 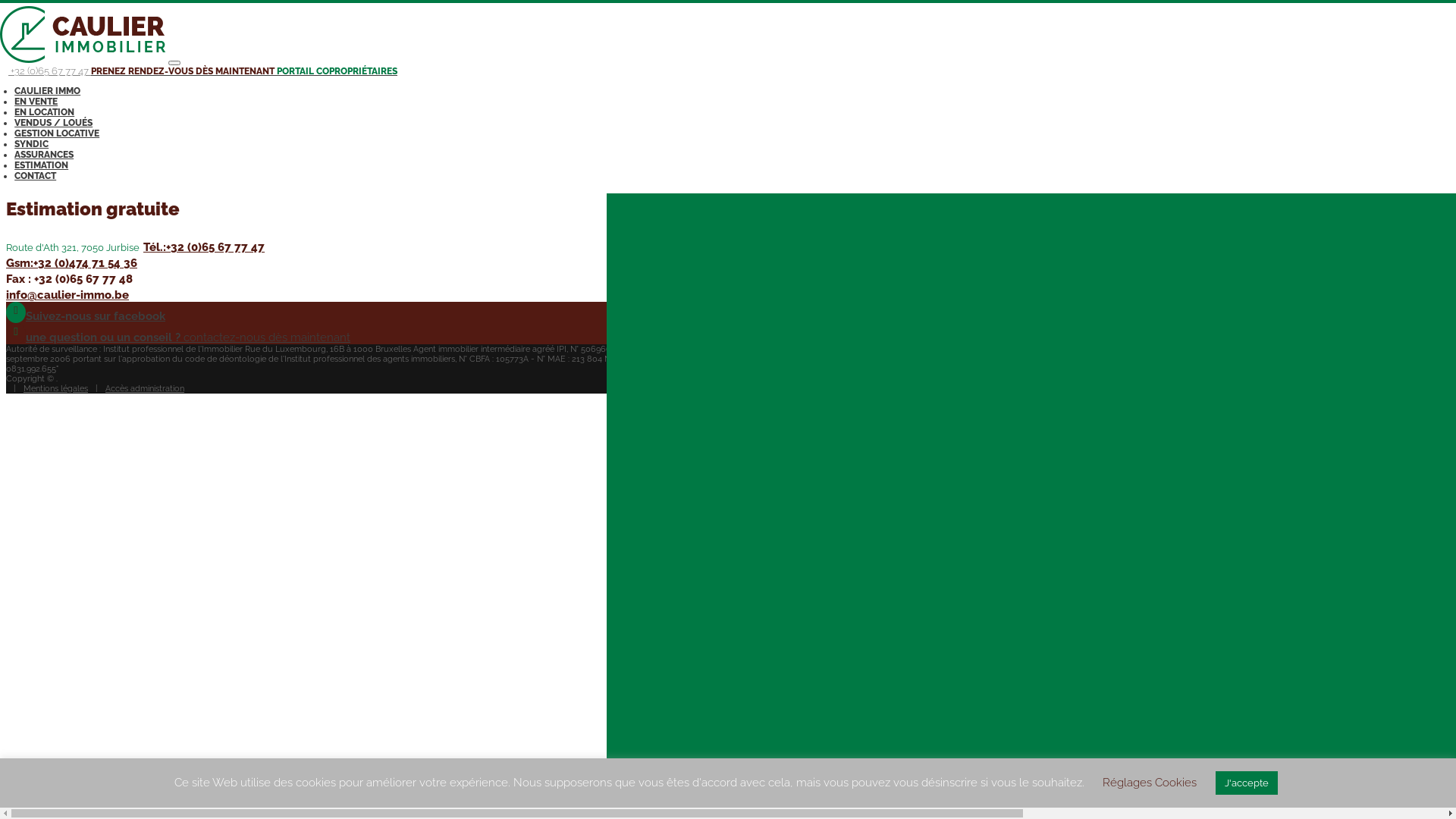 What do you see at coordinates (35, 174) in the screenshot?
I see `'CONTACT'` at bounding box center [35, 174].